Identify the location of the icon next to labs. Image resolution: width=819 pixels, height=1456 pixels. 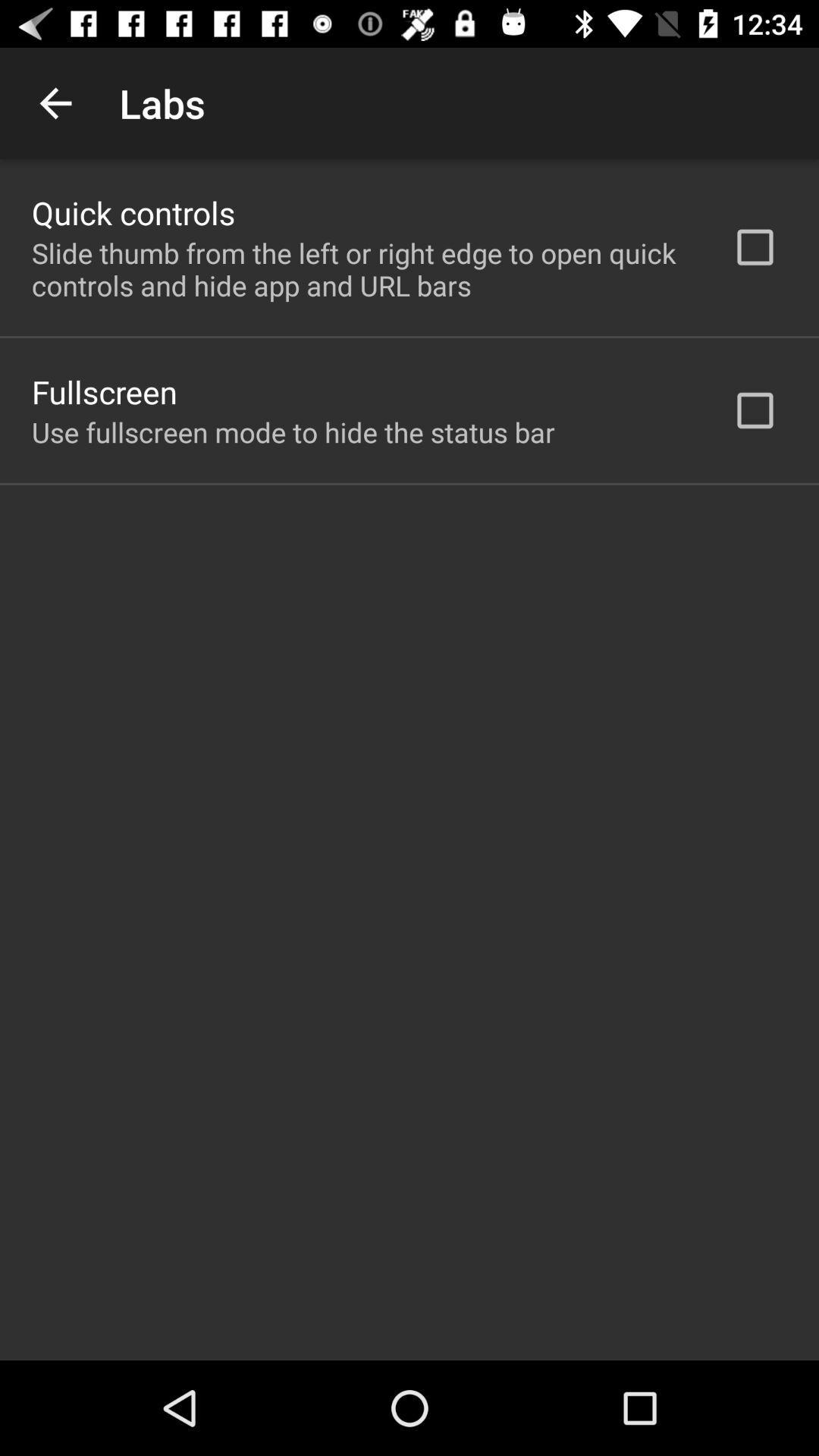
(55, 102).